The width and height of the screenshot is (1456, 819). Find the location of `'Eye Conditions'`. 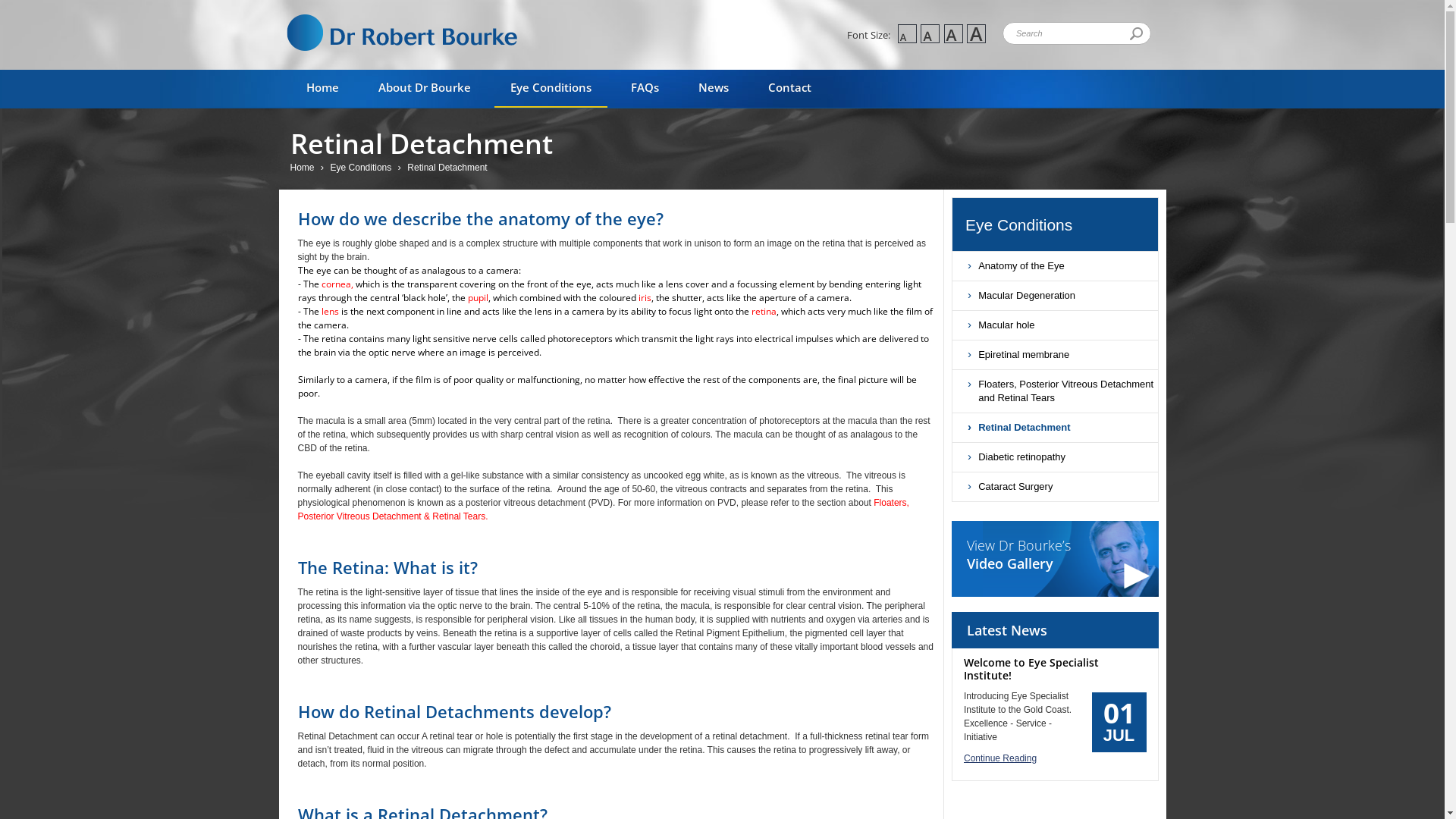

'Eye Conditions' is located at coordinates (1061, 225).